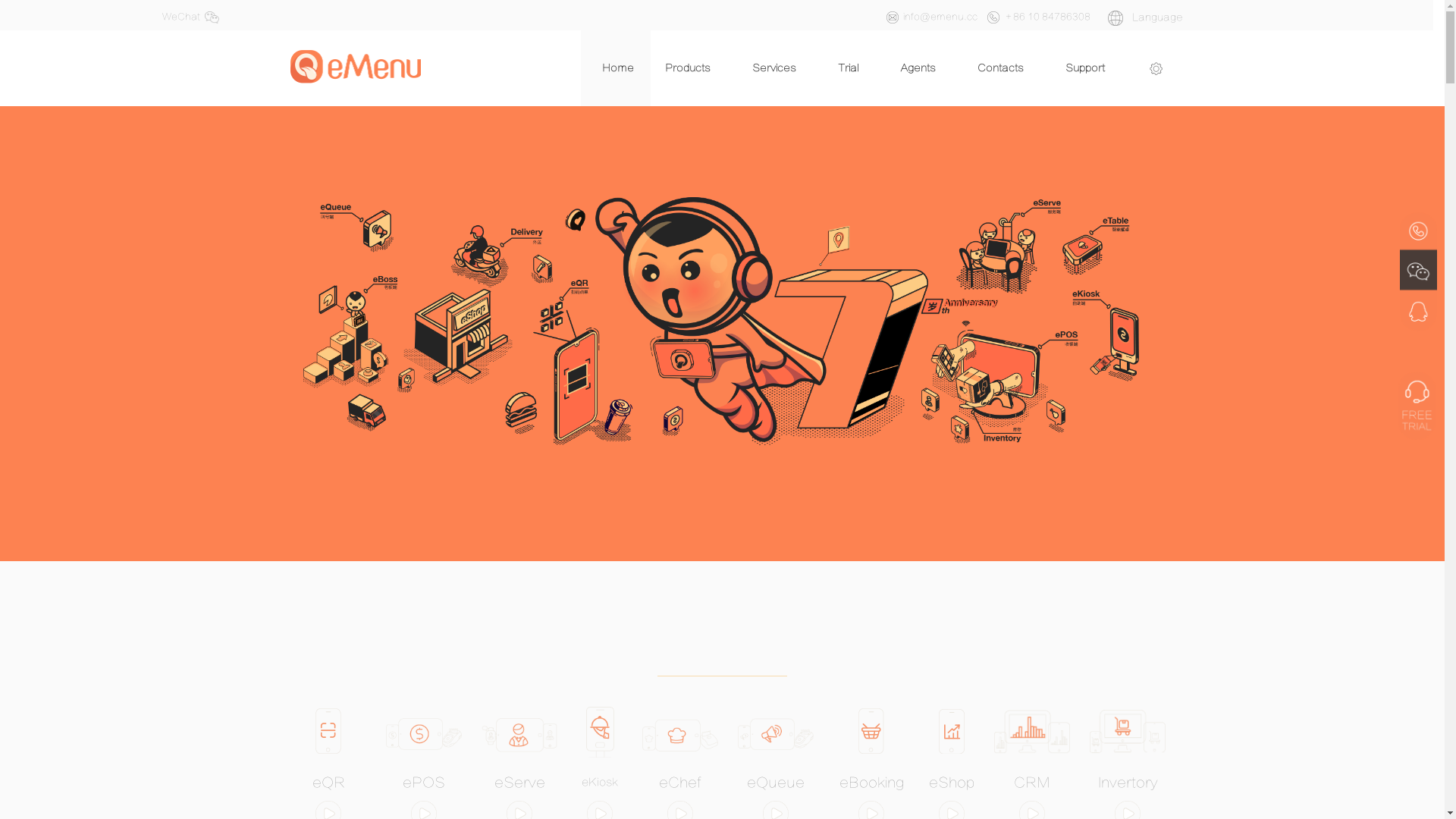 The height and width of the screenshot is (819, 1456). What do you see at coordinates (328, 780) in the screenshot?
I see `'eQR'` at bounding box center [328, 780].